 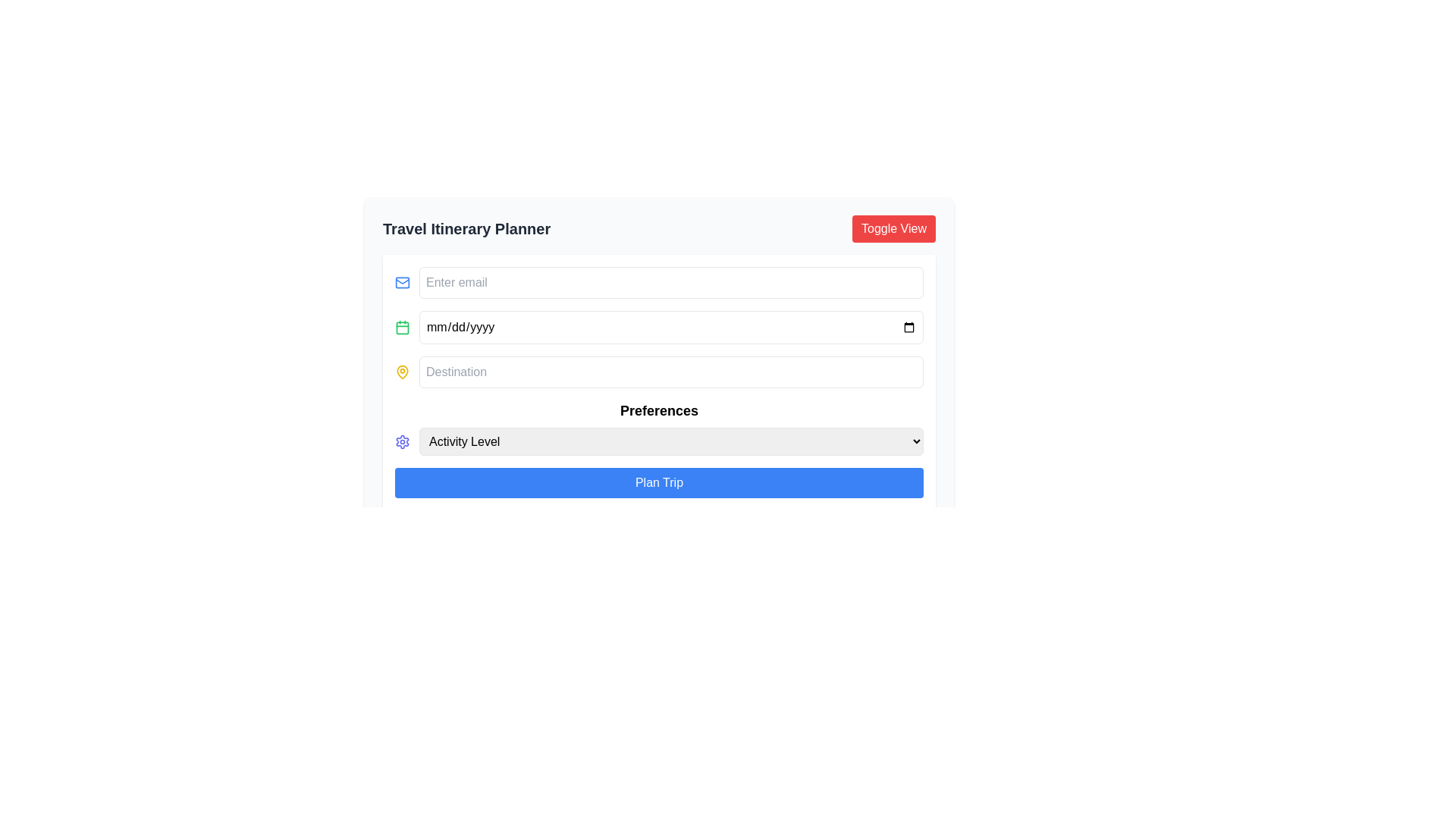 What do you see at coordinates (466, 228) in the screenshot?
I see `the bold text label reading 'Travel Itinerary Planner' located at the top-left side of the interface, next to the 'Toggle View' button` at bounding box center [466, 228].